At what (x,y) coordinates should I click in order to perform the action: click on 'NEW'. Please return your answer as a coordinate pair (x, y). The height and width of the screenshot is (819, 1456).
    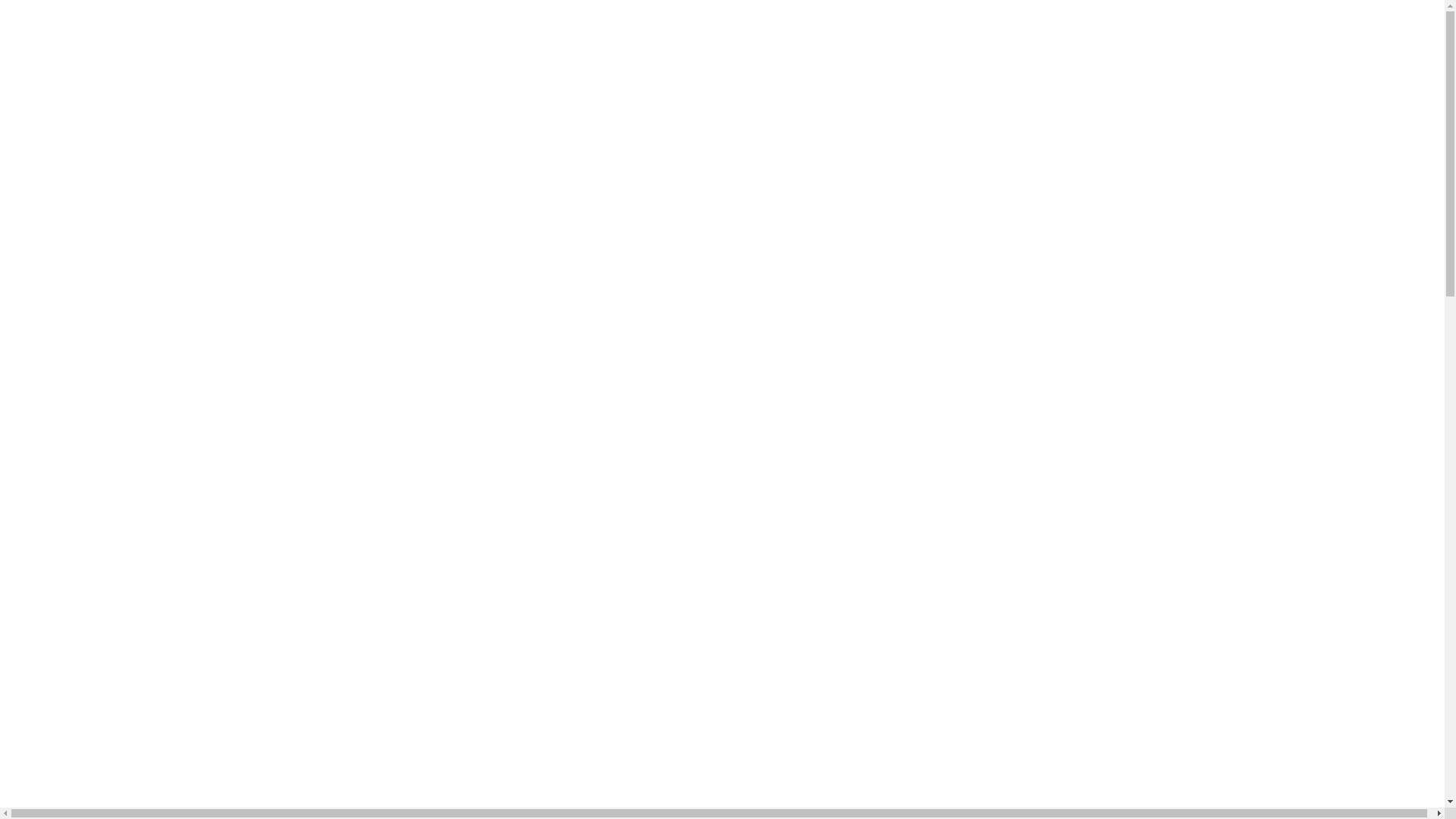
    Looking at the image, I should click on (36, 372).